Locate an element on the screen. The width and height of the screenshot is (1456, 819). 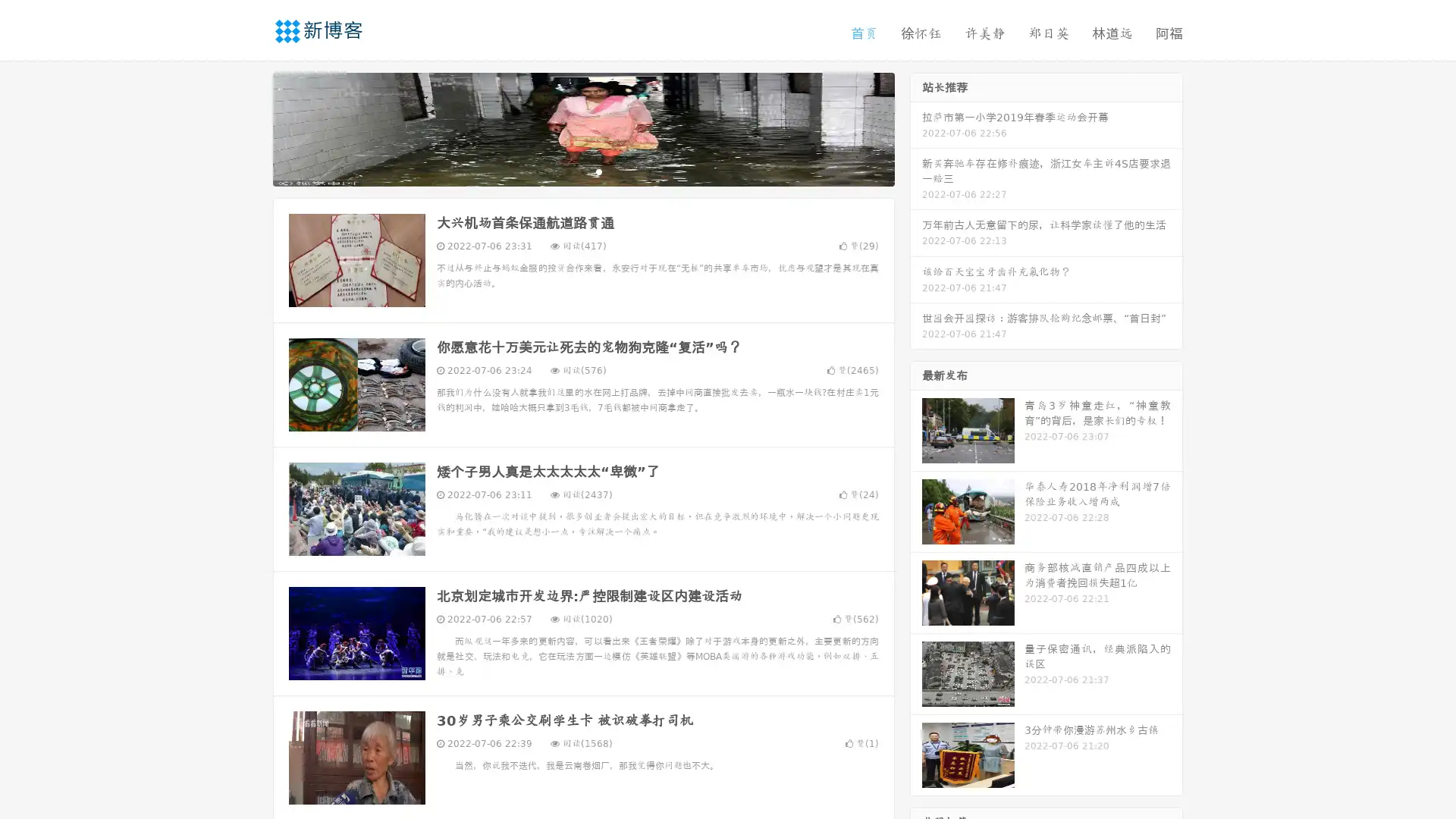
Next slide is located at coordinates (916, 127).